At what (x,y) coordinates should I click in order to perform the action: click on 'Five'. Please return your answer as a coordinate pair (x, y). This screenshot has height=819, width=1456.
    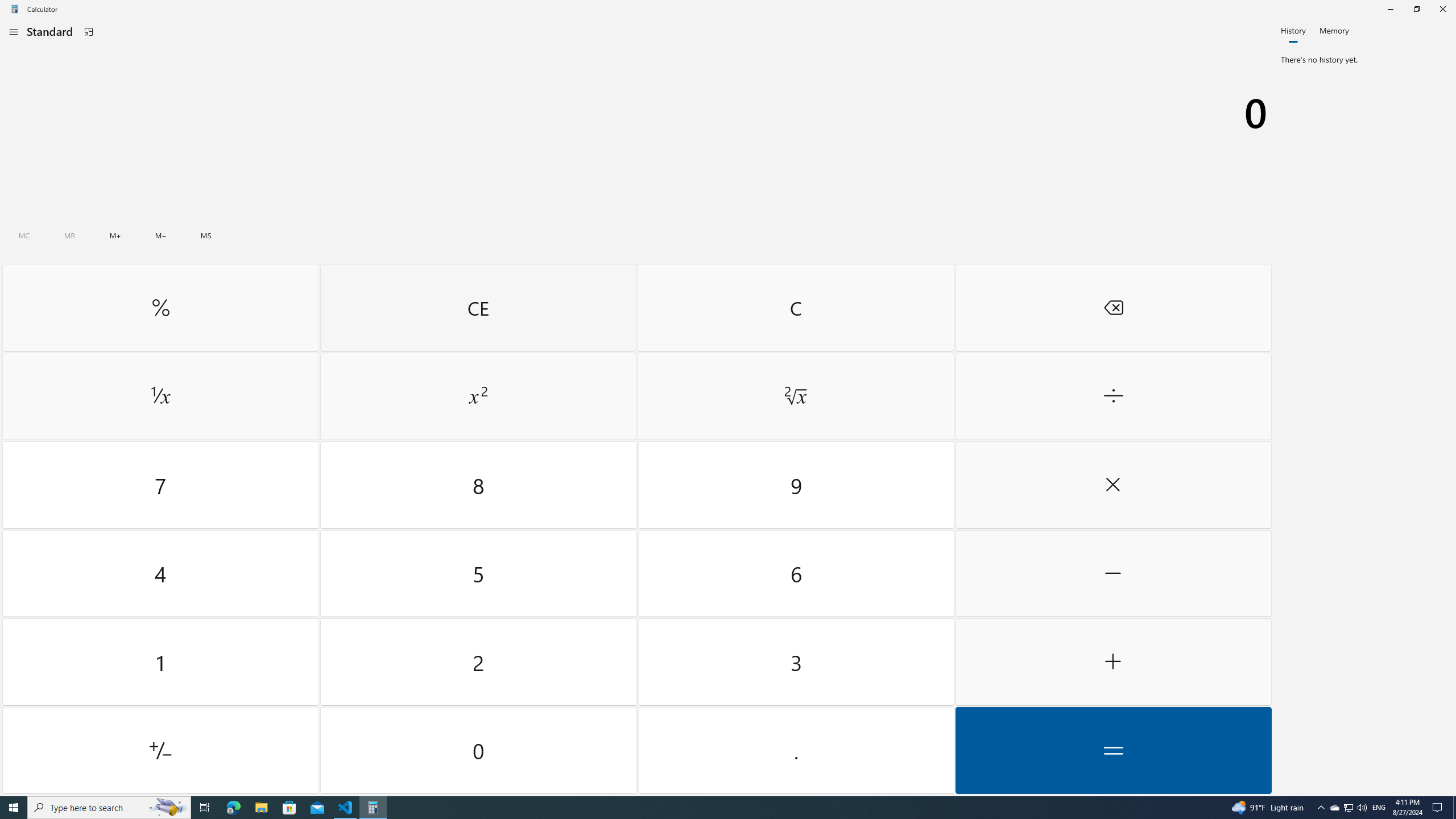
    Looking at the image, I should click on (478, 573).